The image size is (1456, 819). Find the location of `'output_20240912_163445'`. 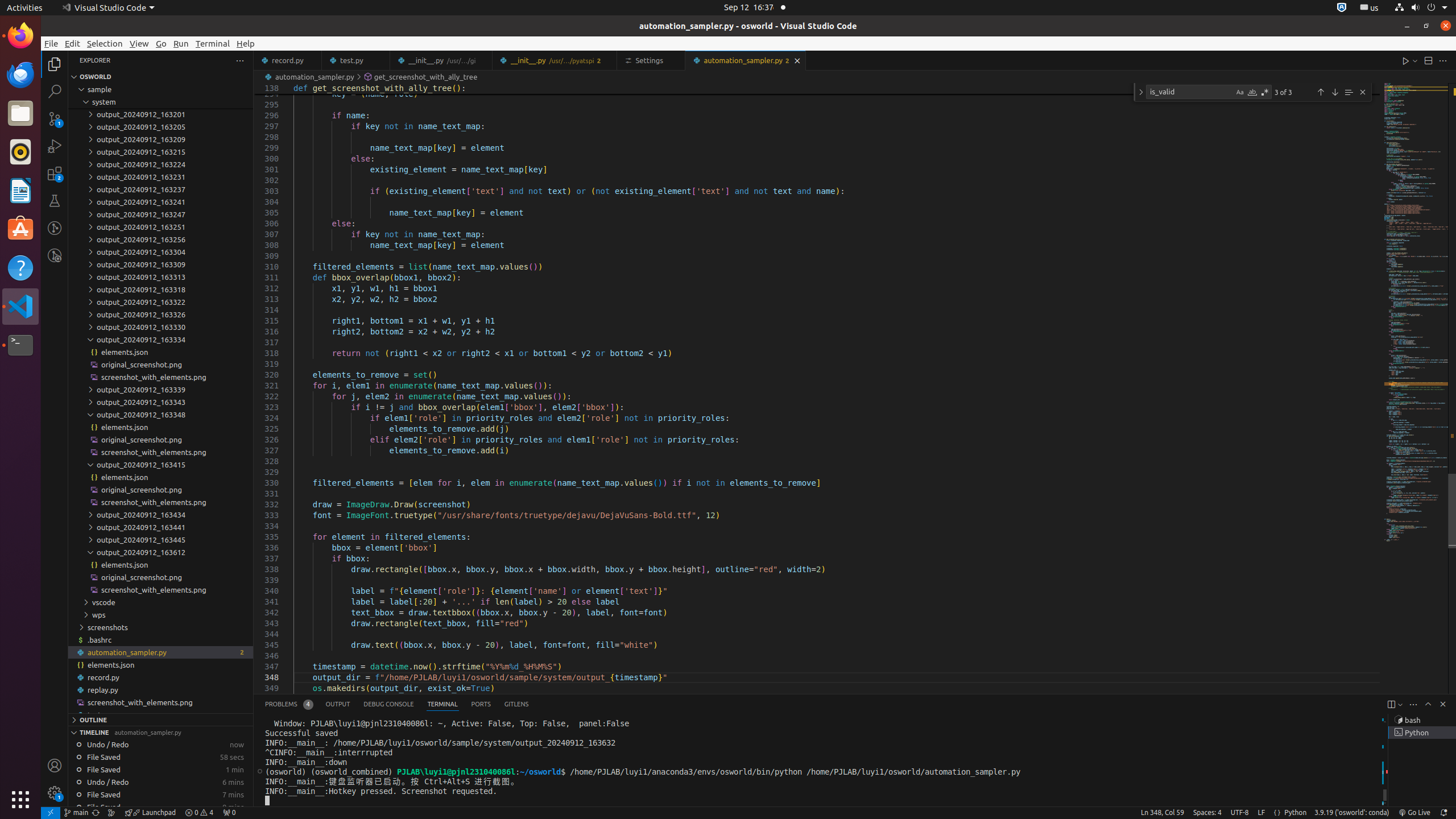

'output_20240912_163445' is located at coordinates (160, 539).